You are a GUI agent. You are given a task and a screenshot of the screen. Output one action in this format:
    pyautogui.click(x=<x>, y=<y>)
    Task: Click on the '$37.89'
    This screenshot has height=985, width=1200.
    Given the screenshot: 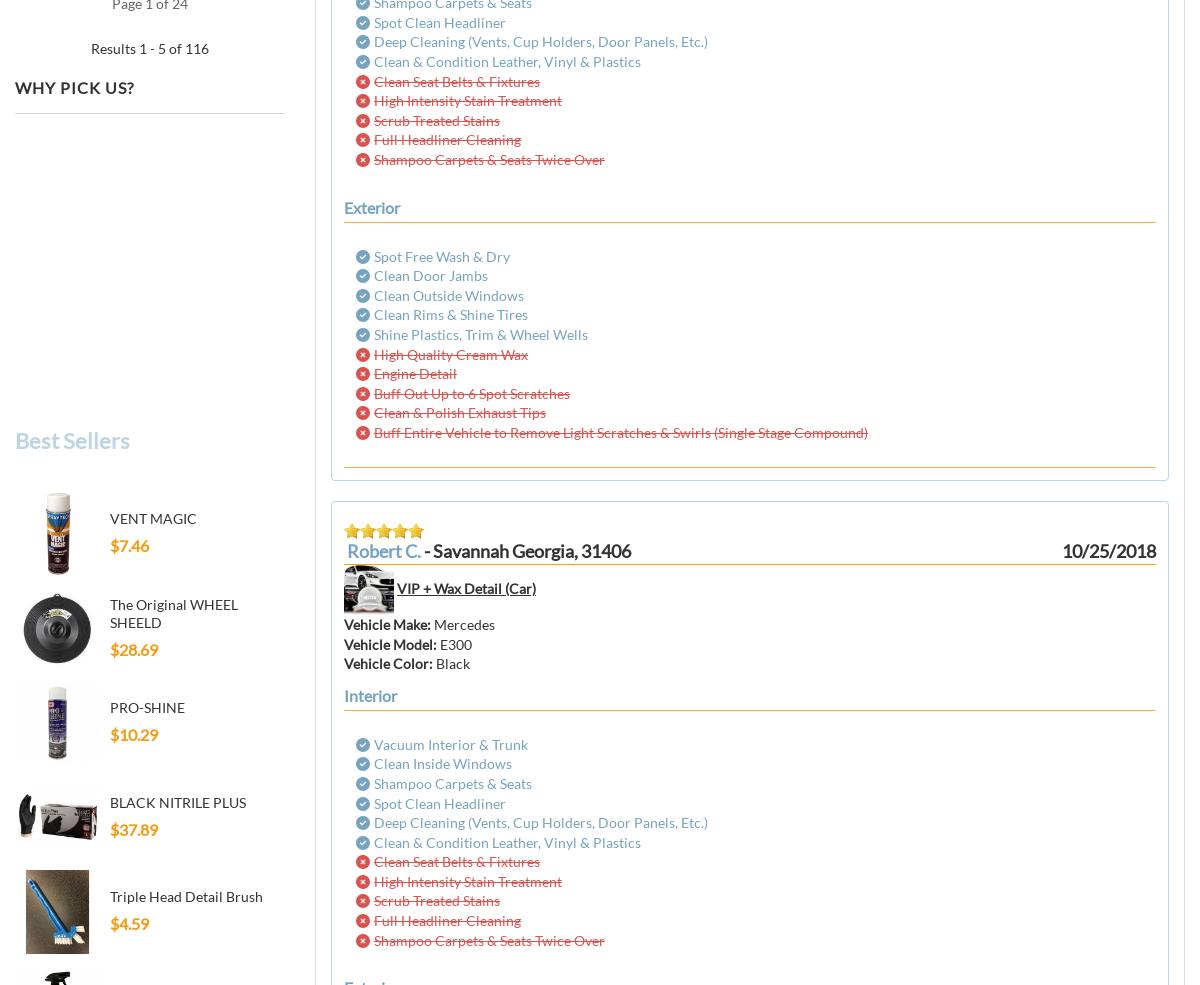 What is the action you would take?
    pyautogui.click(x=132, y=827)
    